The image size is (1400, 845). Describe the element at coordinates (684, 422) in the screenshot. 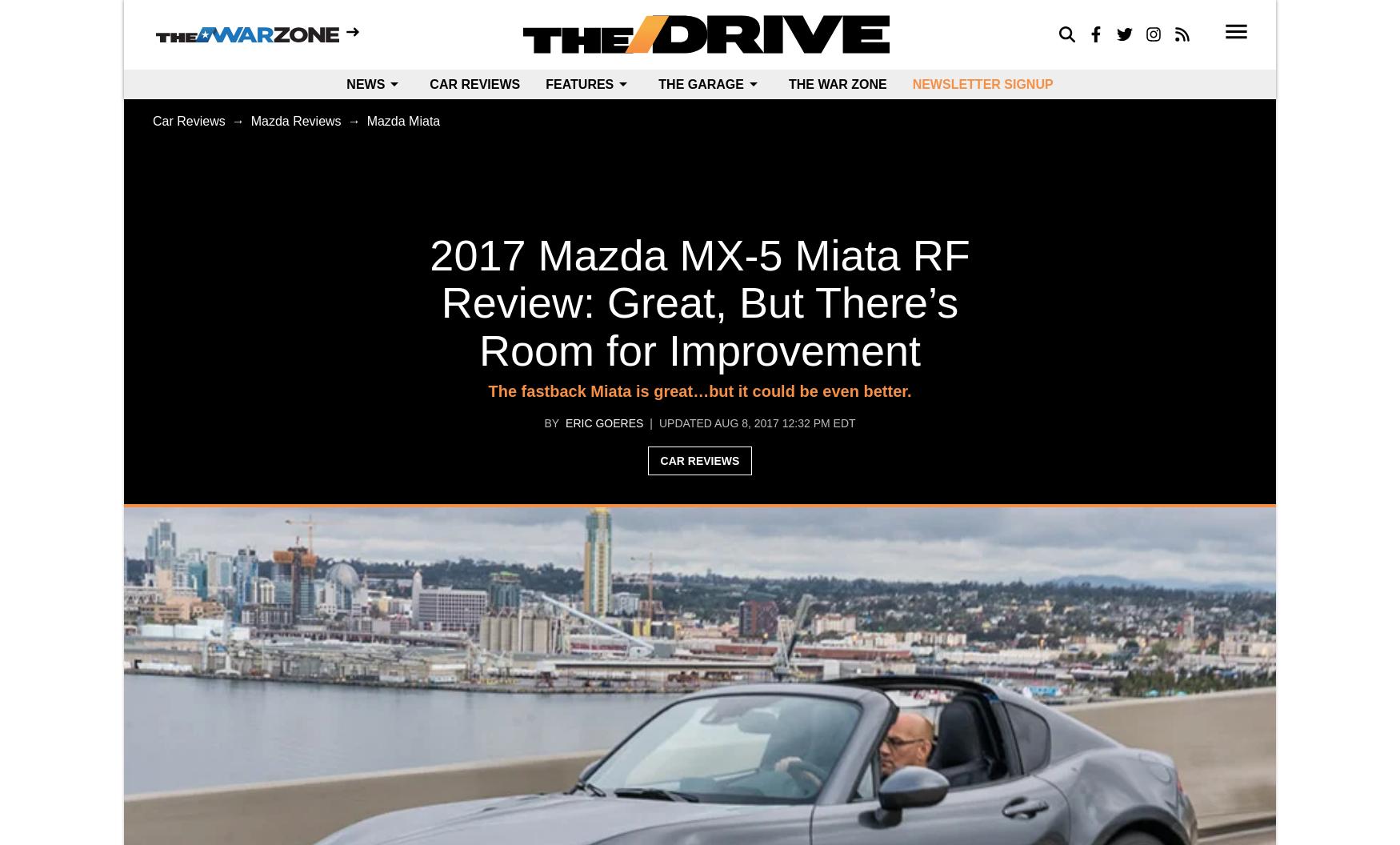

I see `'UPDATED'` at that location.